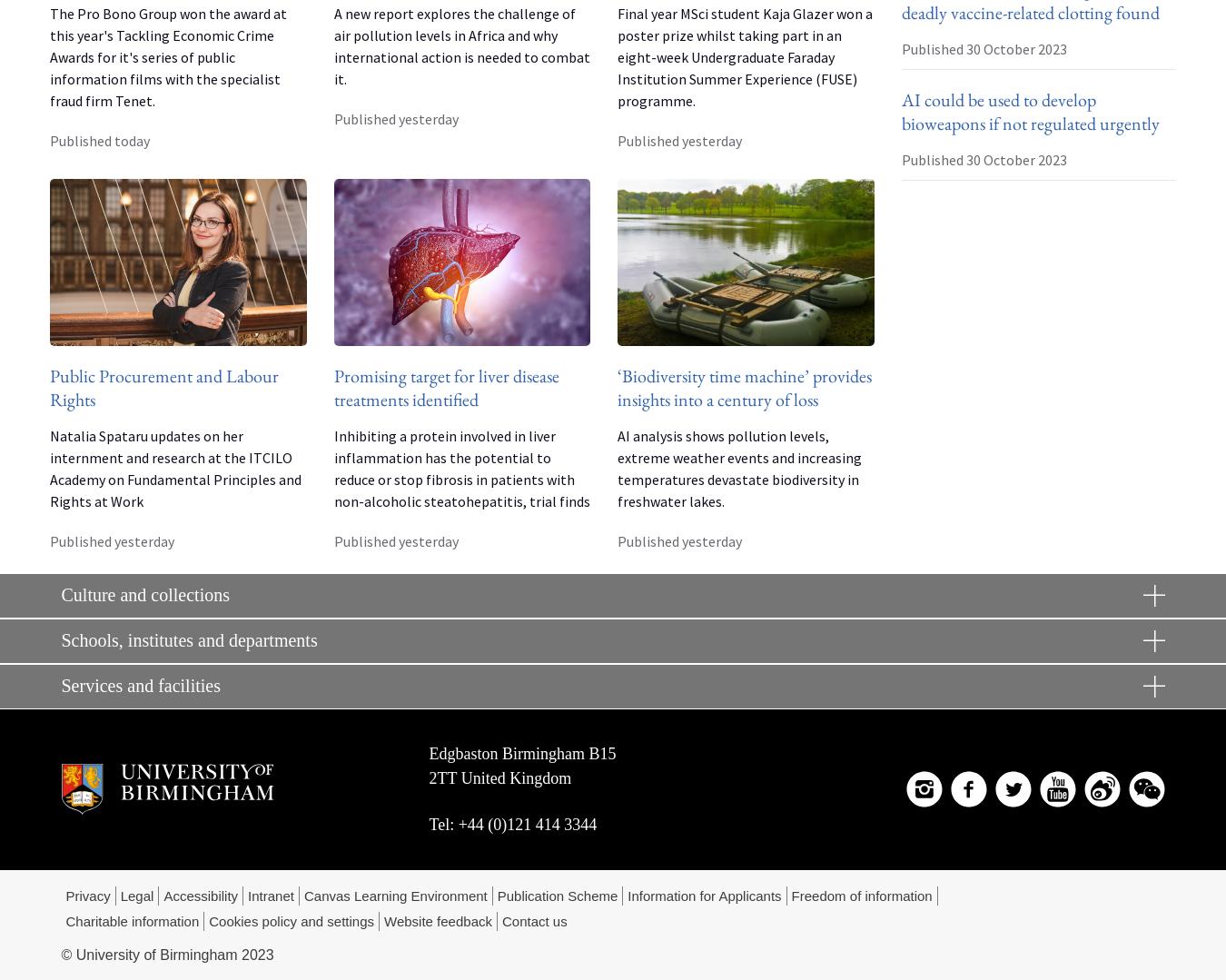 The image size is (1226, 980). I want to click on 'Cookies policy and settings', so click(208, 920).